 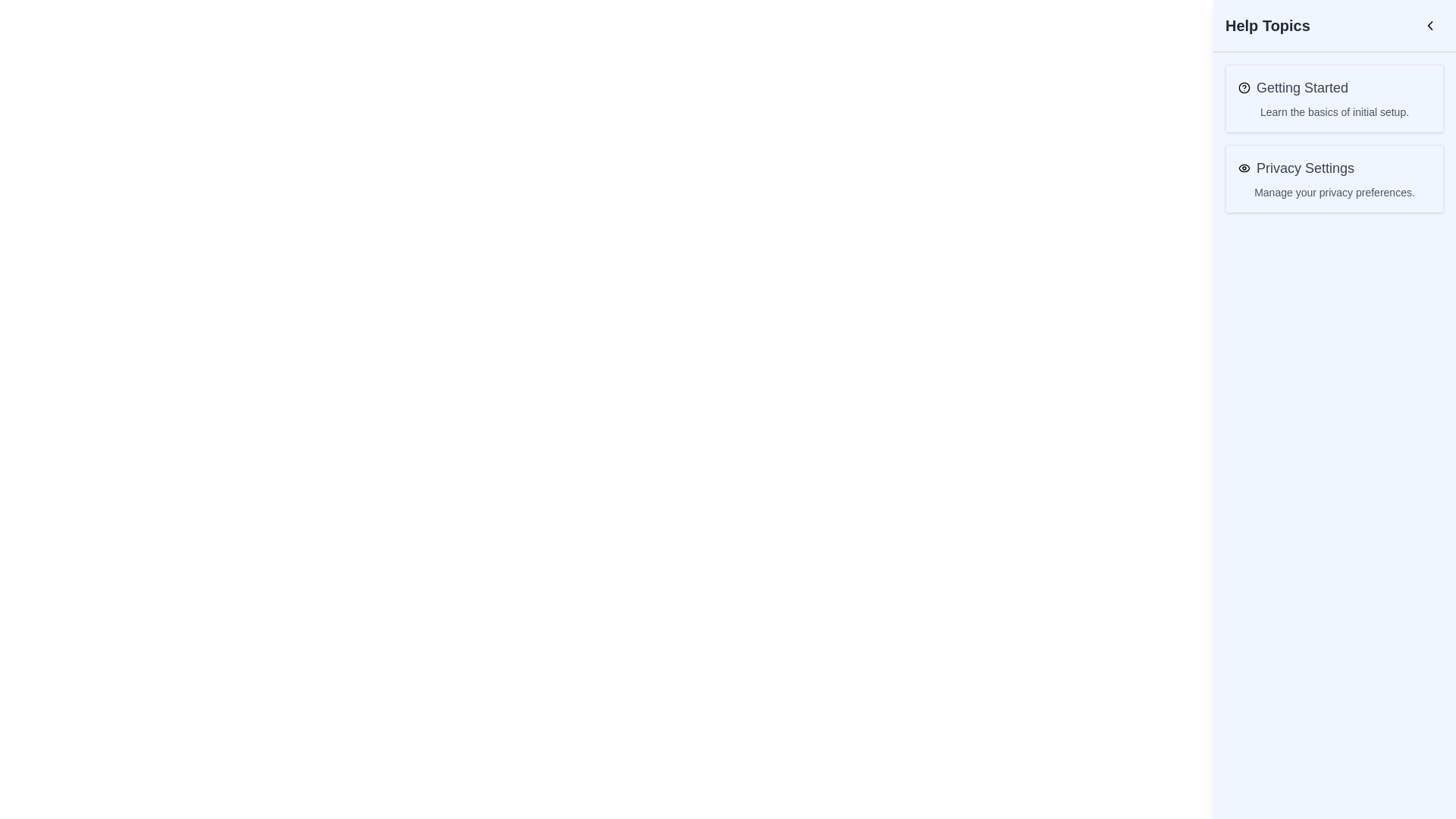 What do you see at coordinates (1335, 87) in the screenshot?
I see `the Label with icon that identifies a help topic for the introductory guide or onboarding procedure located at the top of the rectangular card in the 'Help Topics' section` at bounding box center [1335, 87].